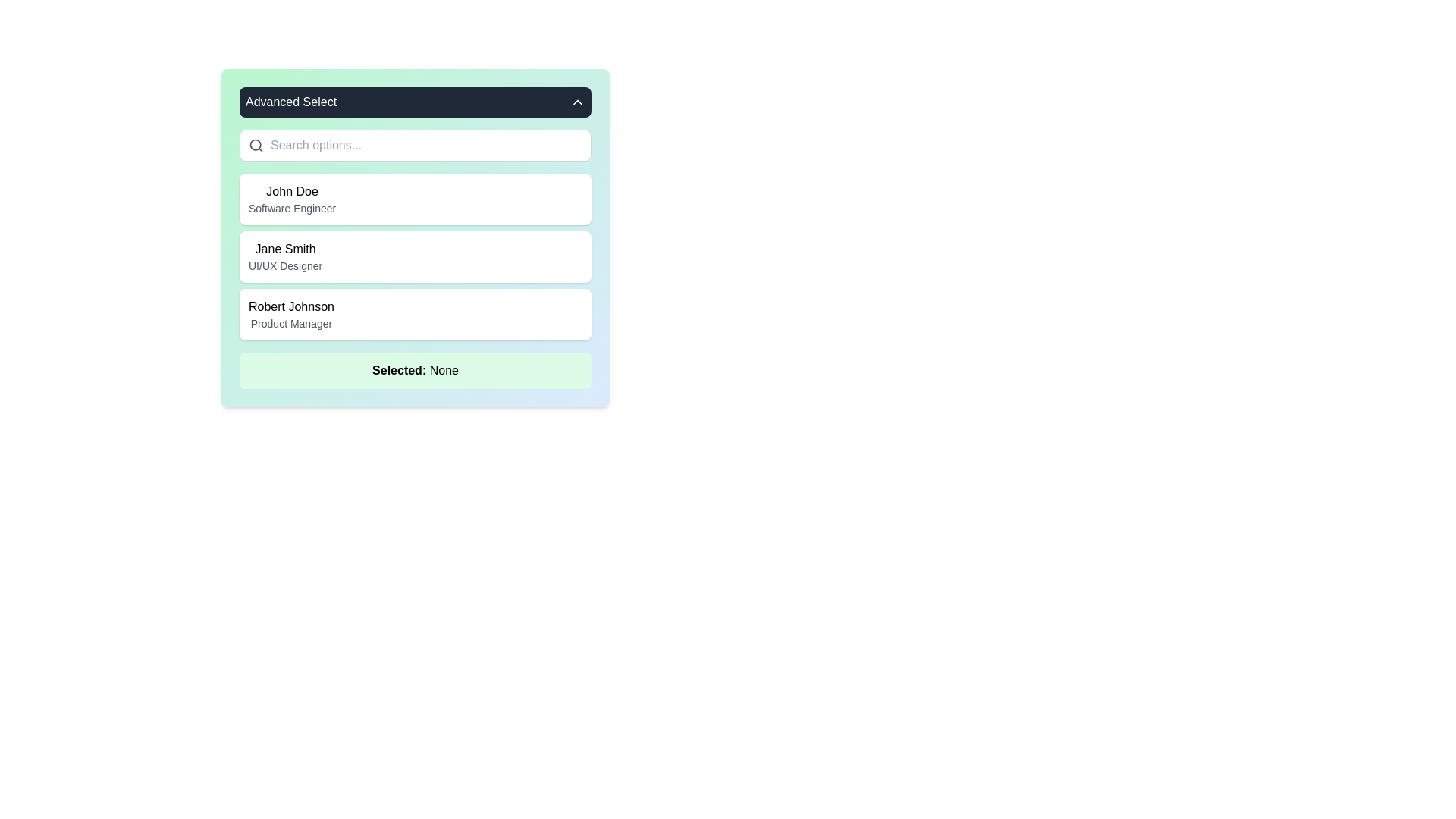  I want to click on text label displaying 'John Doe' which is the first selectable option in the dropdown menu, so click(292, 191).